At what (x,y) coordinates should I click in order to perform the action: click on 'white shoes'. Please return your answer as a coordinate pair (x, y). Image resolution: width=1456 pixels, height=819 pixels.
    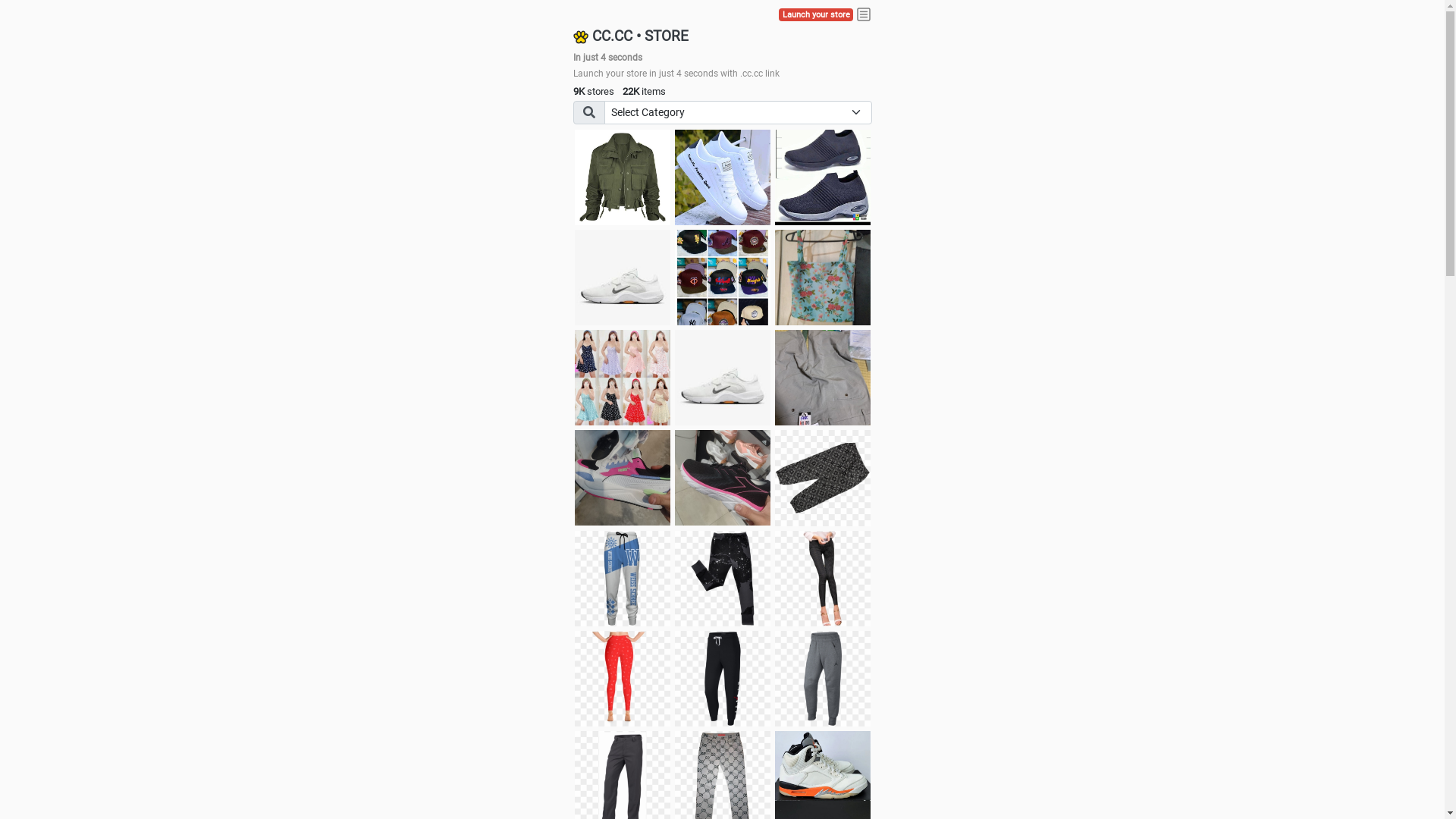
    Looking at the image, I should click on (722, 177).